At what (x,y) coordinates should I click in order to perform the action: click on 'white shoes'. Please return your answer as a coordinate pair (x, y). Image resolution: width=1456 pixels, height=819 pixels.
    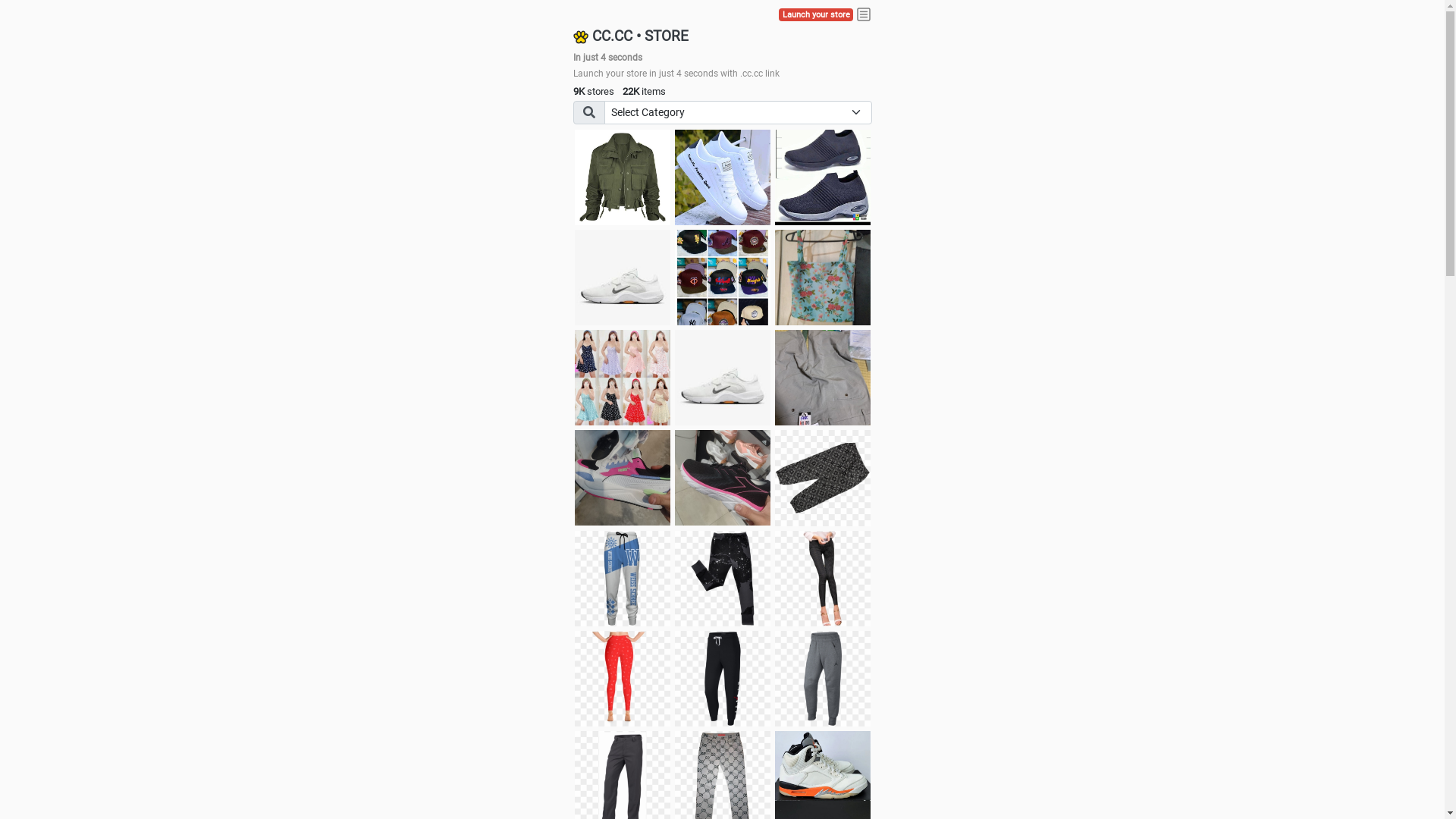
    Looking at the image, I should click on (722, 177).